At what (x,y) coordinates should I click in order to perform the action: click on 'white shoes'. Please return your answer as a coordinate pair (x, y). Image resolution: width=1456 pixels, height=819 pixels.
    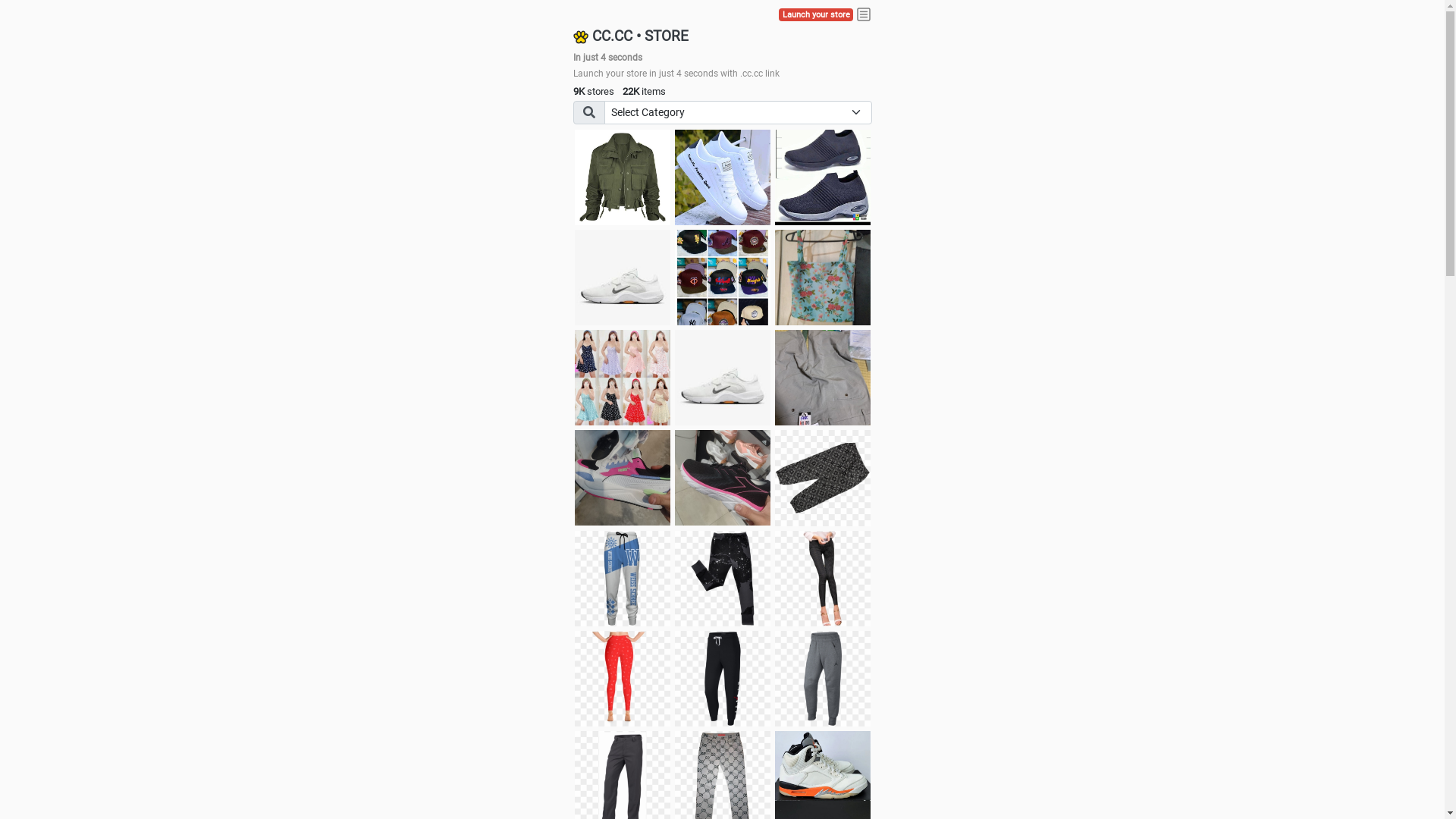
    Looking at the image, I should click on (722, 177).